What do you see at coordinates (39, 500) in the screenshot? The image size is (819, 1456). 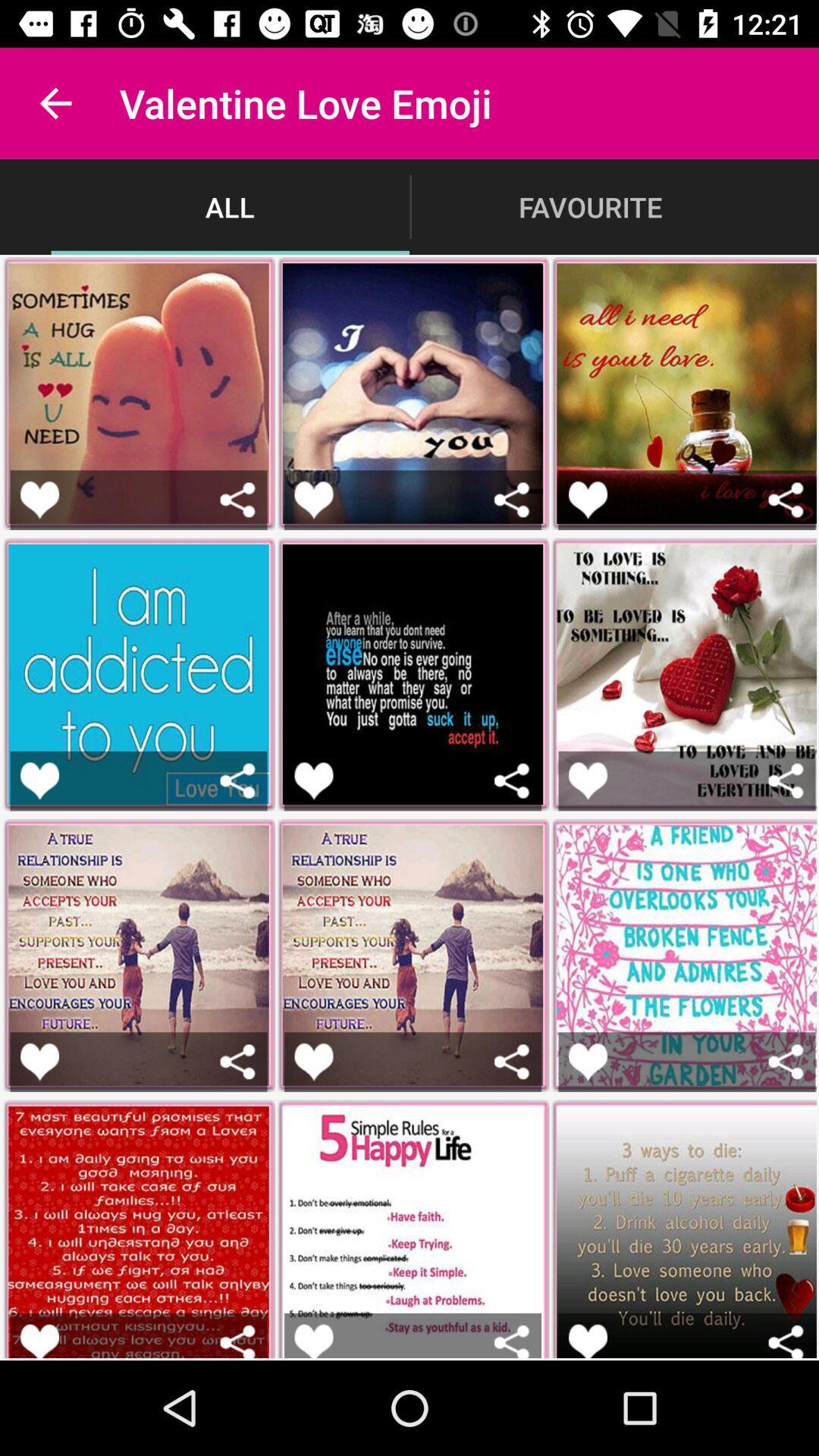 I see `button` at bounding box center [39, 500].